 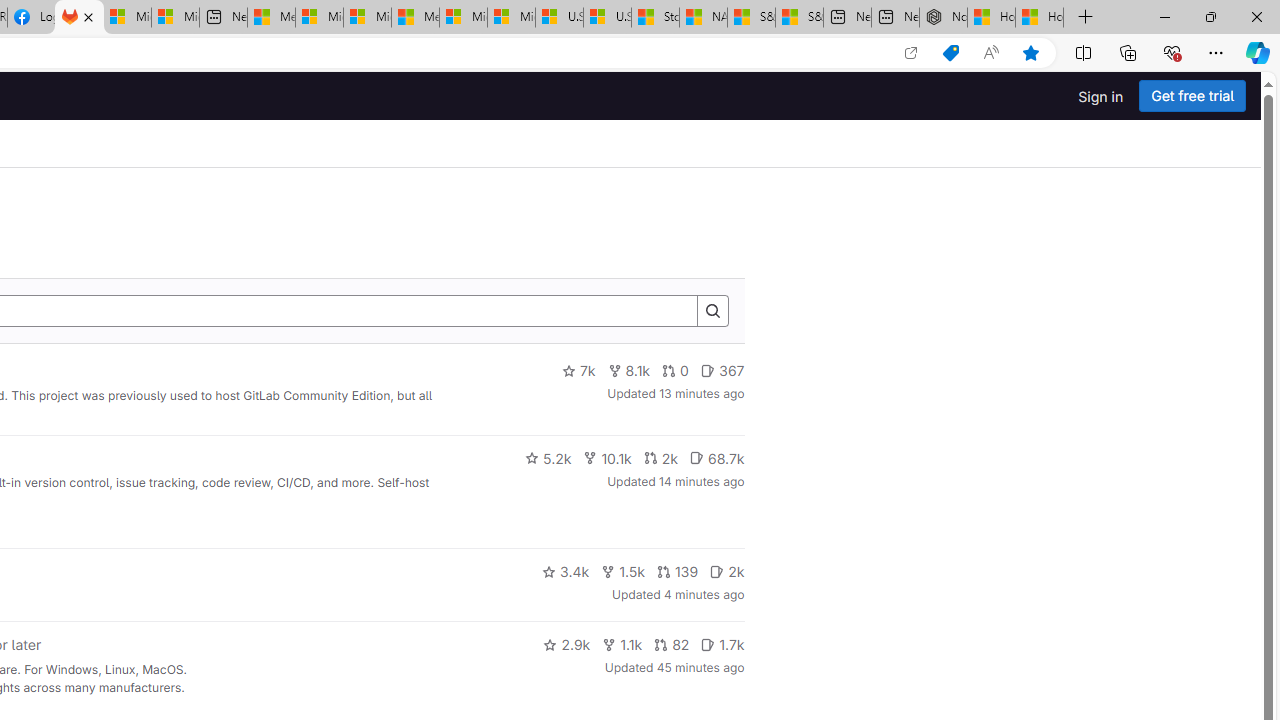 I want to click on '7k', so click(x=577, y=371).